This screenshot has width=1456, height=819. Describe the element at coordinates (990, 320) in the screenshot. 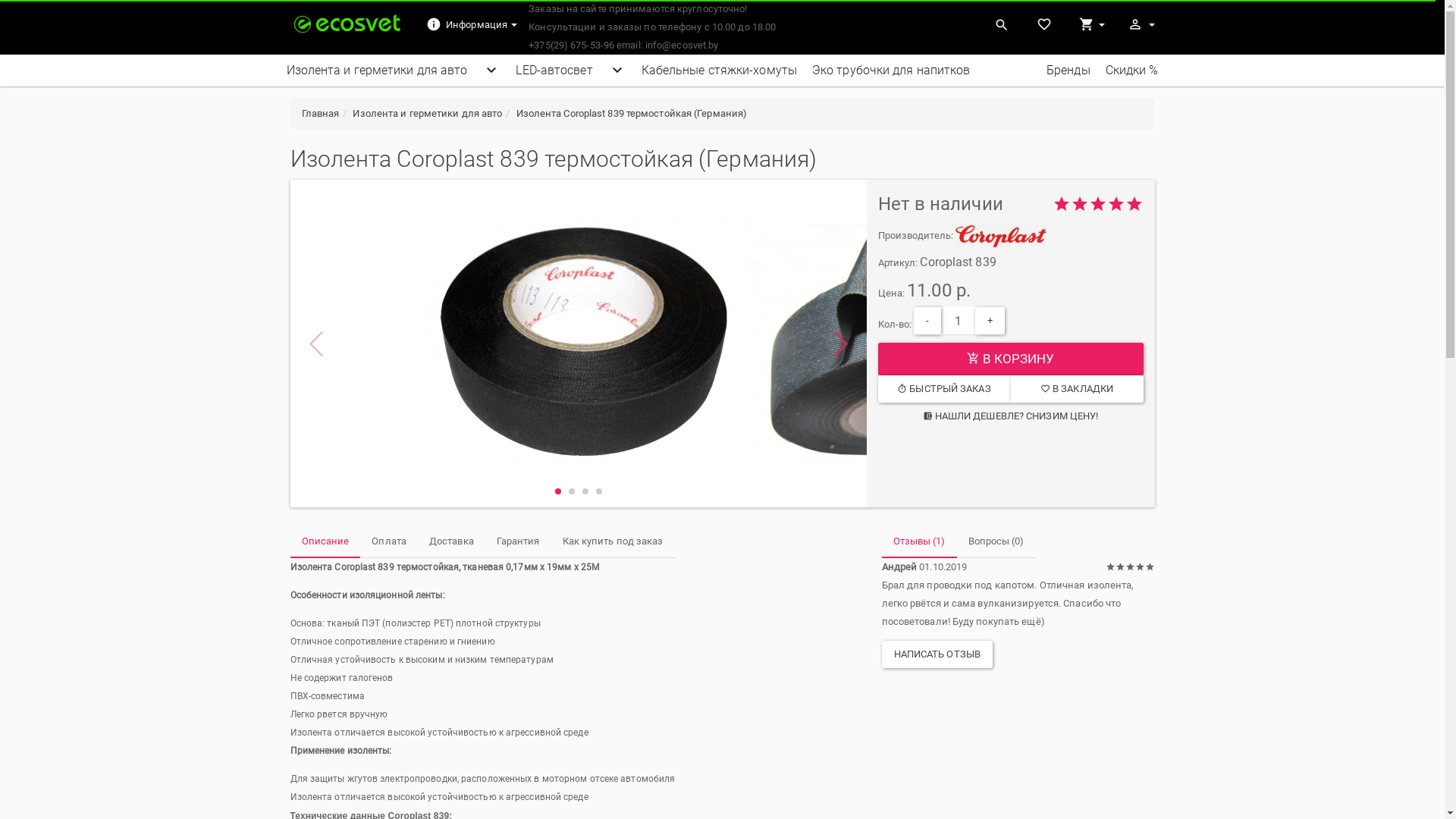

I see `'+'` at that location.